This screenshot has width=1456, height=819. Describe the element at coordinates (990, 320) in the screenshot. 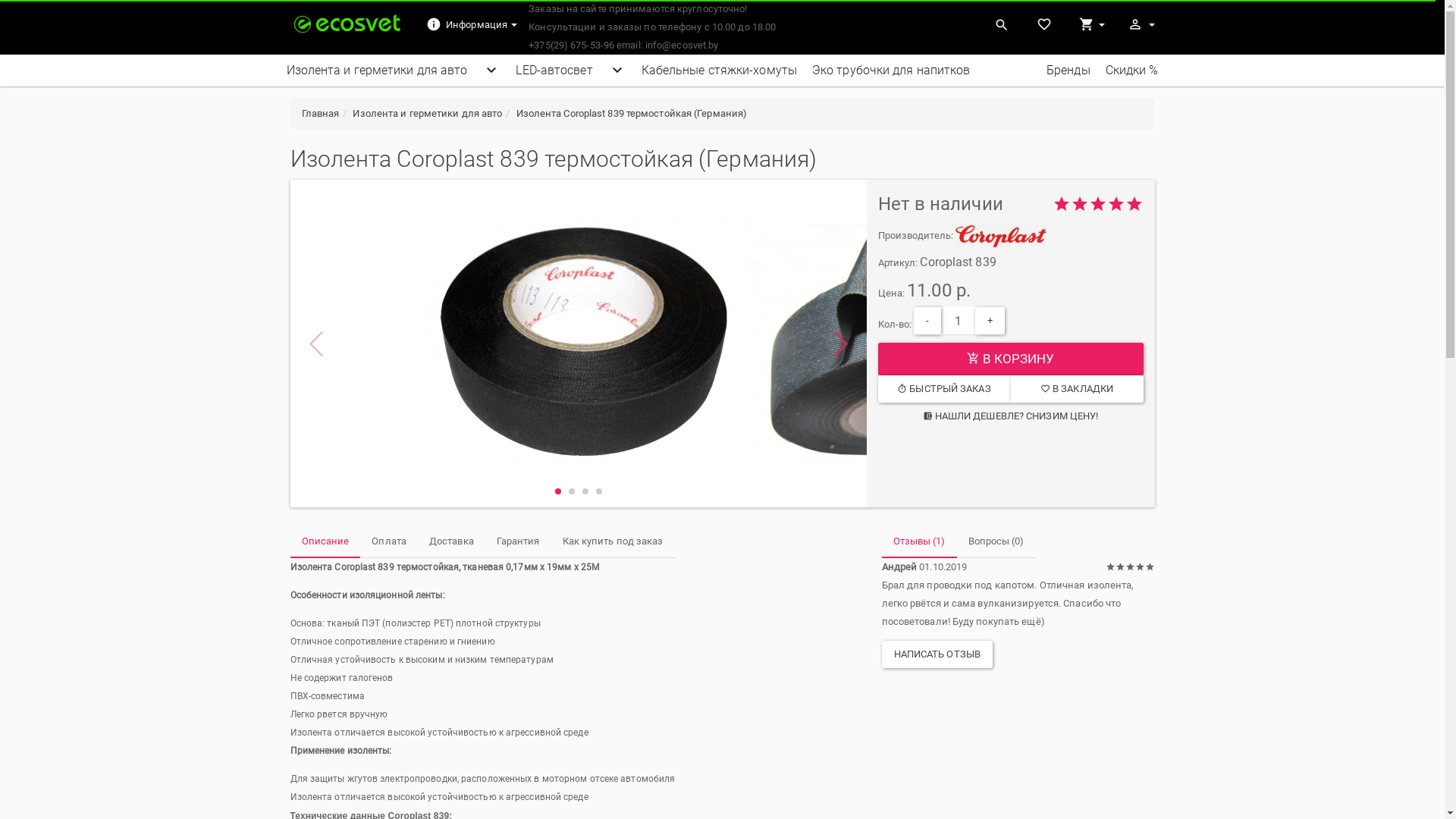

I see `'+'` at that location.